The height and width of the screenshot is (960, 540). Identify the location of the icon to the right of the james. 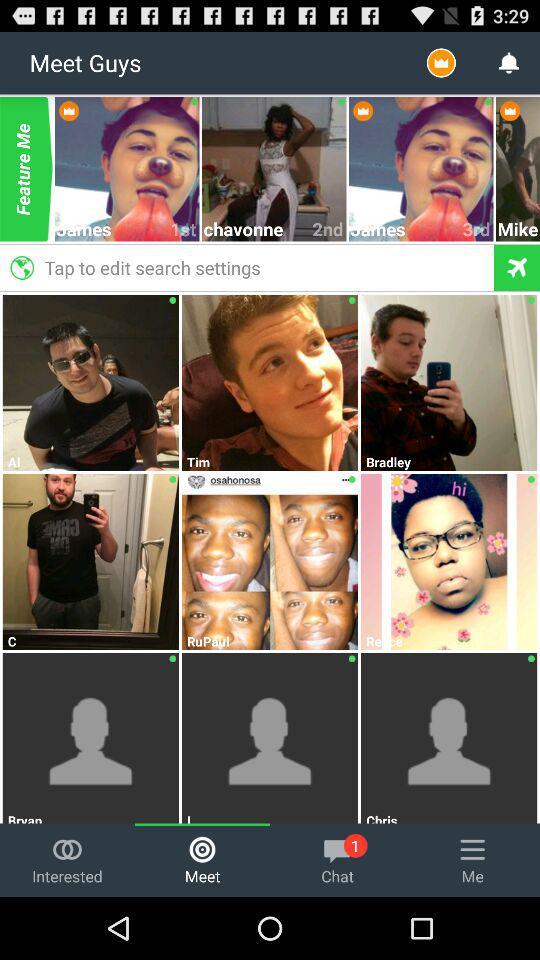
(476, 229).